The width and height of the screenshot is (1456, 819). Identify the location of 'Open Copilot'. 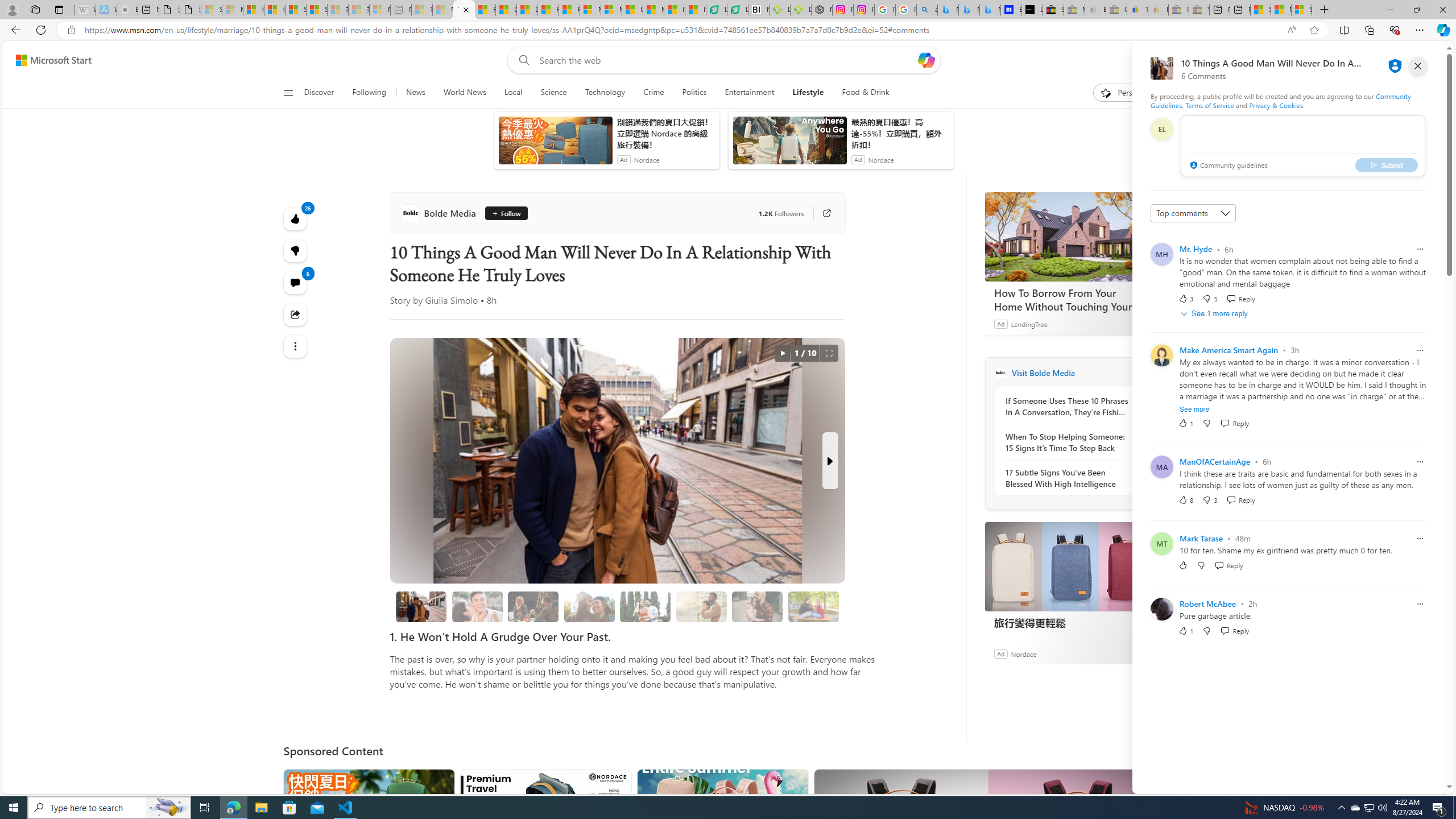
(926, 59).